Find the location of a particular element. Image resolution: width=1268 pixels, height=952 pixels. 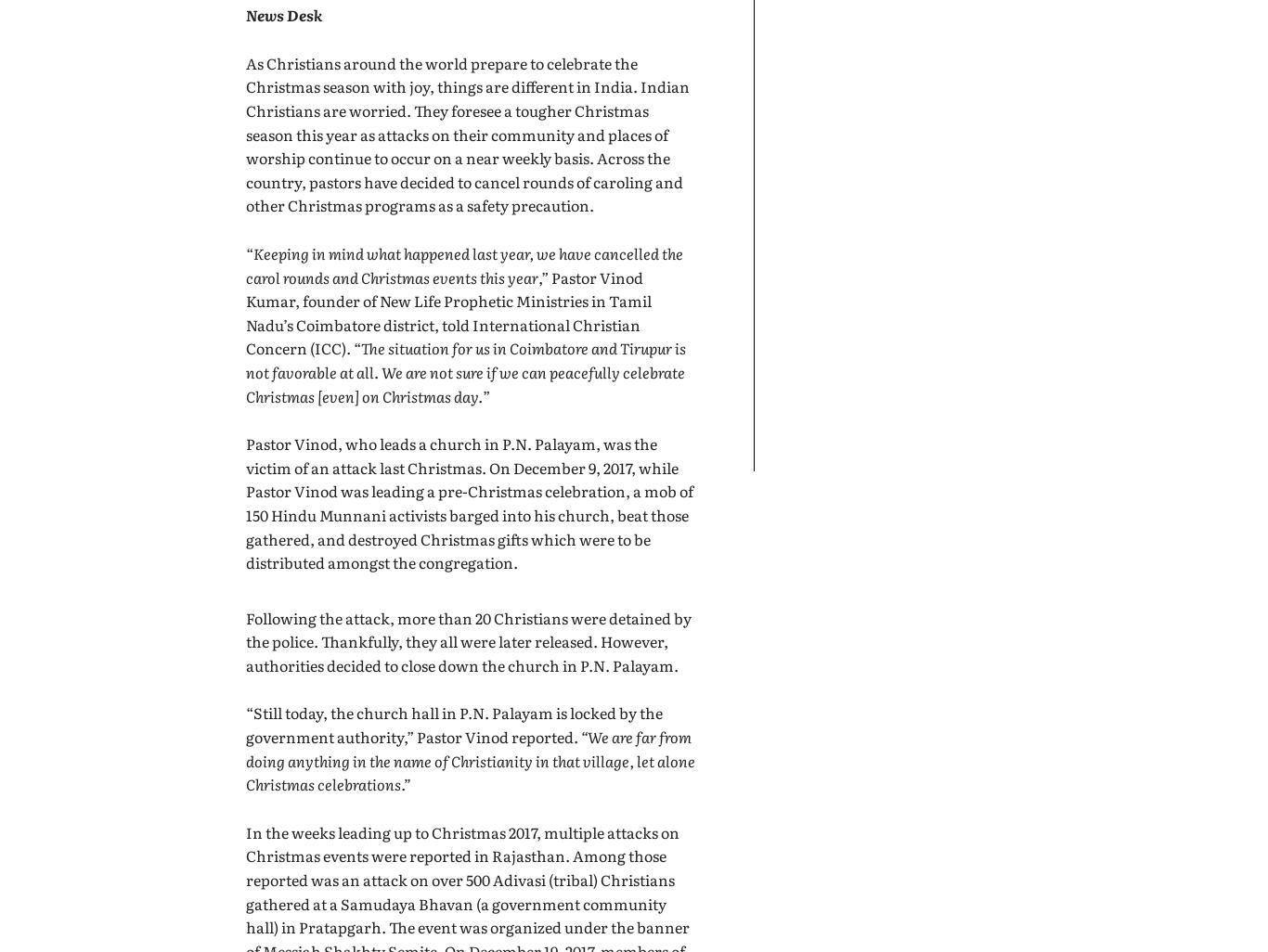

'Keeping in mind what happened last year, we have cancelled the carol rounds and Christmas events this year' is located at coordinates (464, 264).